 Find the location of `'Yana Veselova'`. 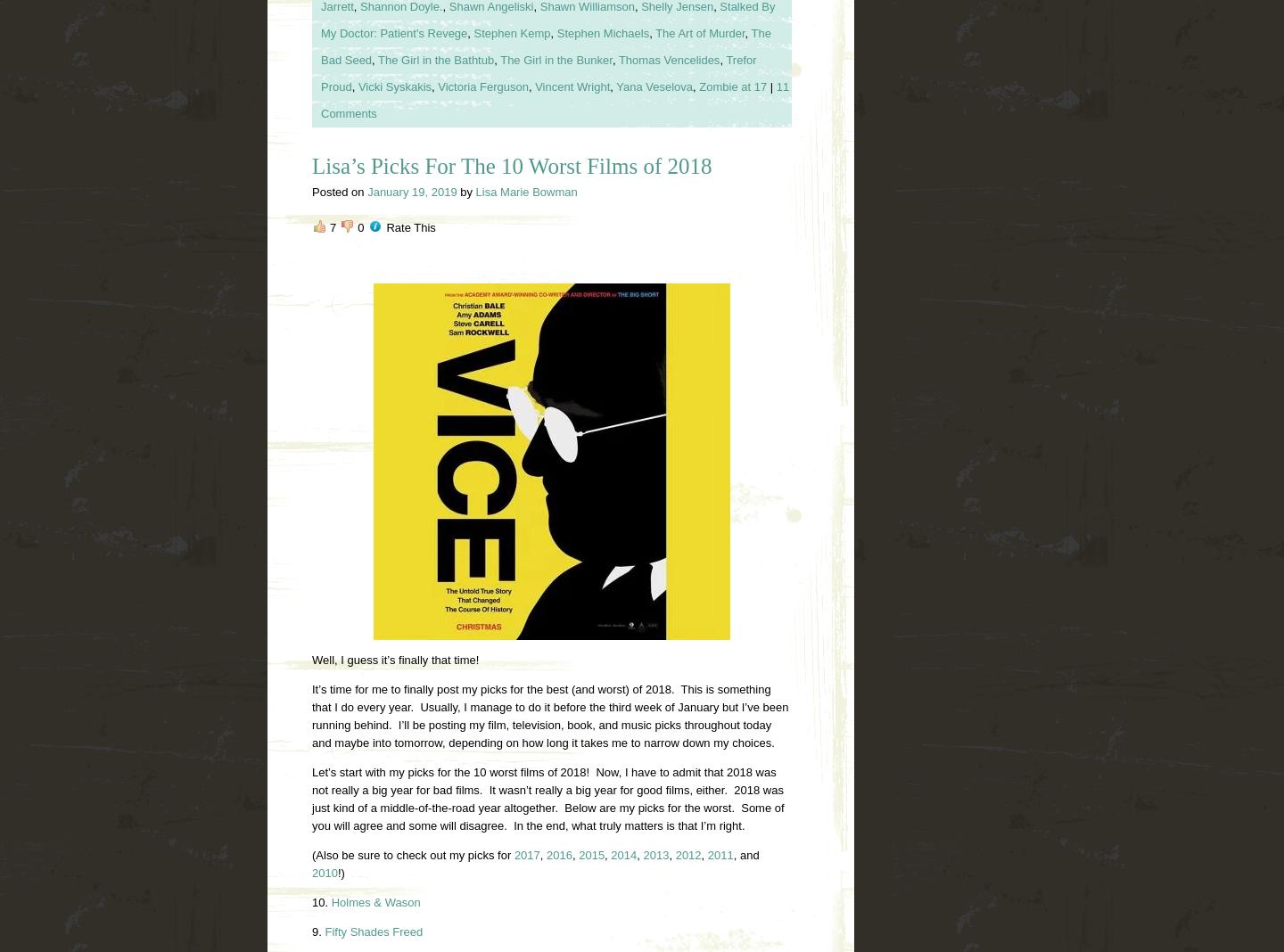

'Yana Veselova' is located at coordinates (653, 85).